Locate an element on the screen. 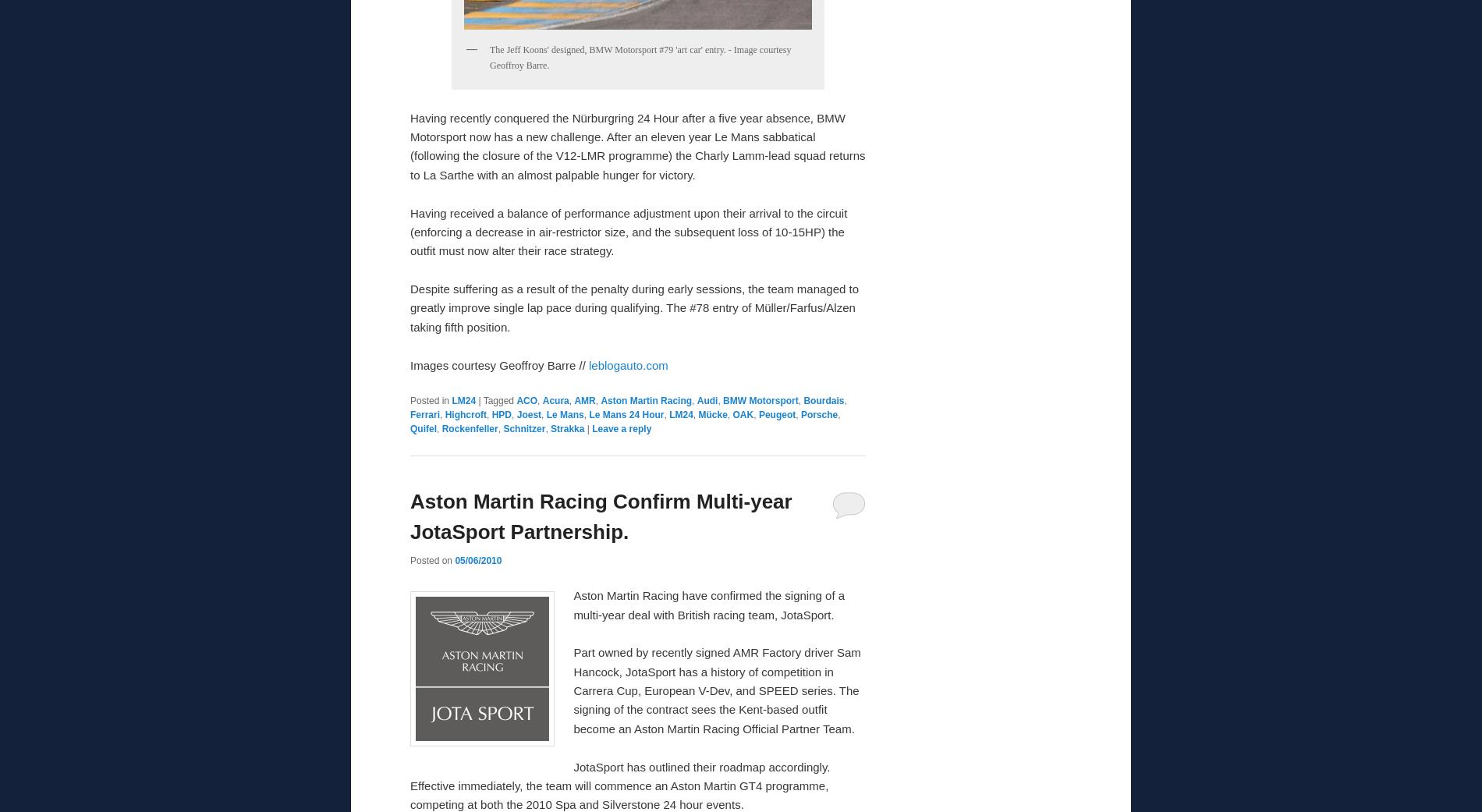 The image size is (1482, 812). 'Mücke' is located at coordinates (711, 414).